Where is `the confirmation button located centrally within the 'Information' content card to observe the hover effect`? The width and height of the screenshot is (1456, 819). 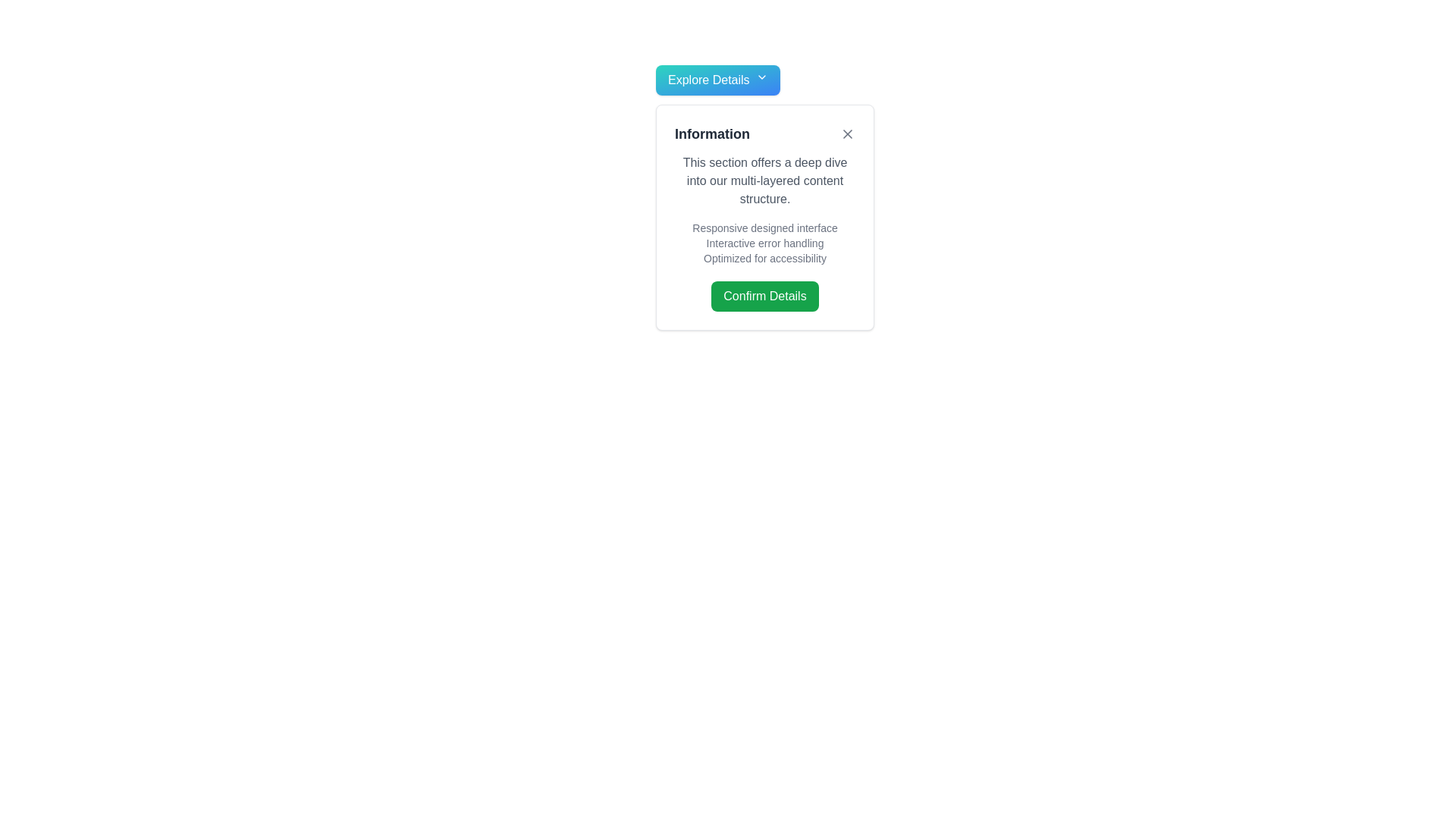
the confirmation button located centrally within the 'Information' content card to observe the hover effect is located at coordinates (764, 296).